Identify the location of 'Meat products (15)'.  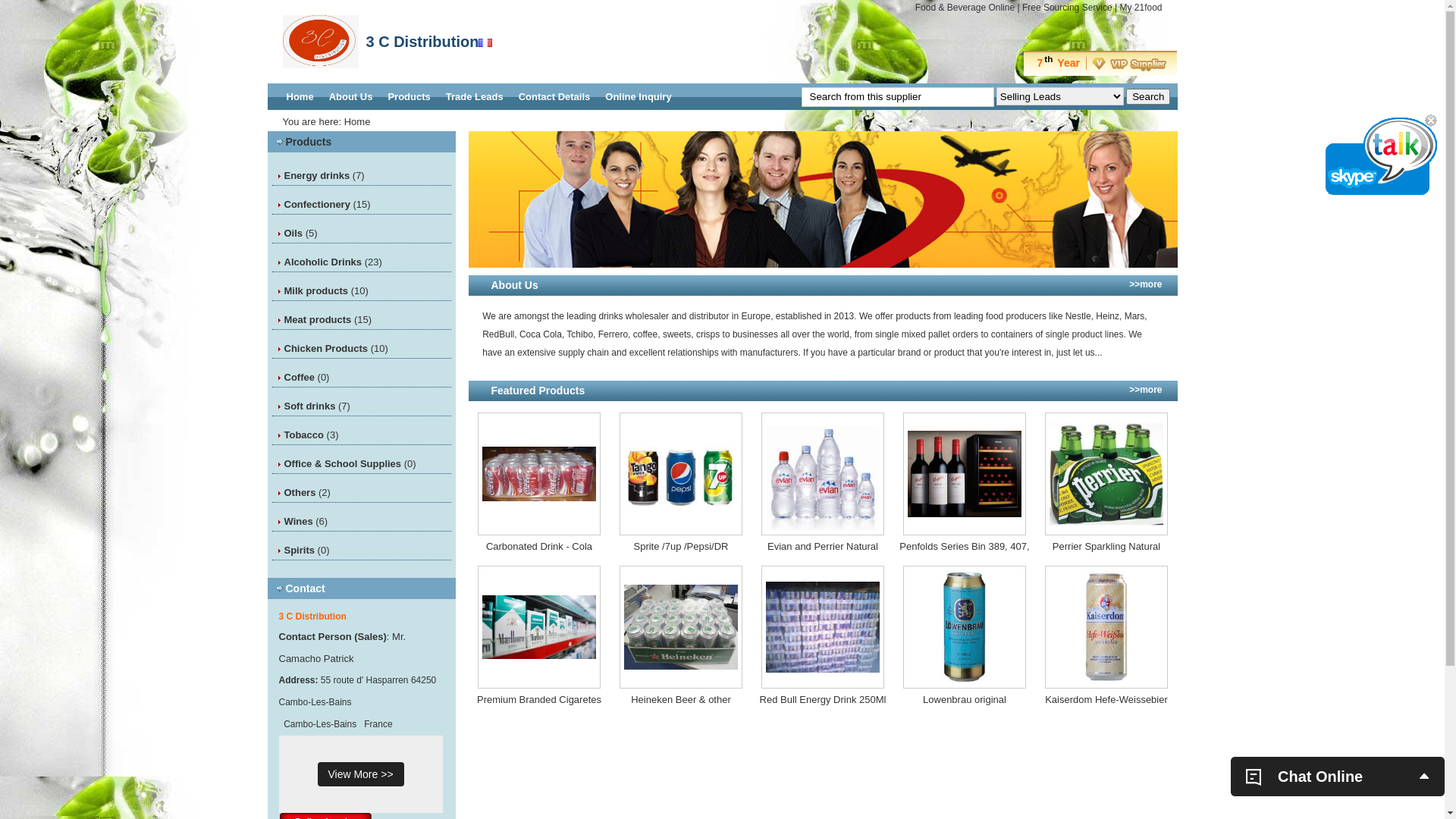
(327, 318).